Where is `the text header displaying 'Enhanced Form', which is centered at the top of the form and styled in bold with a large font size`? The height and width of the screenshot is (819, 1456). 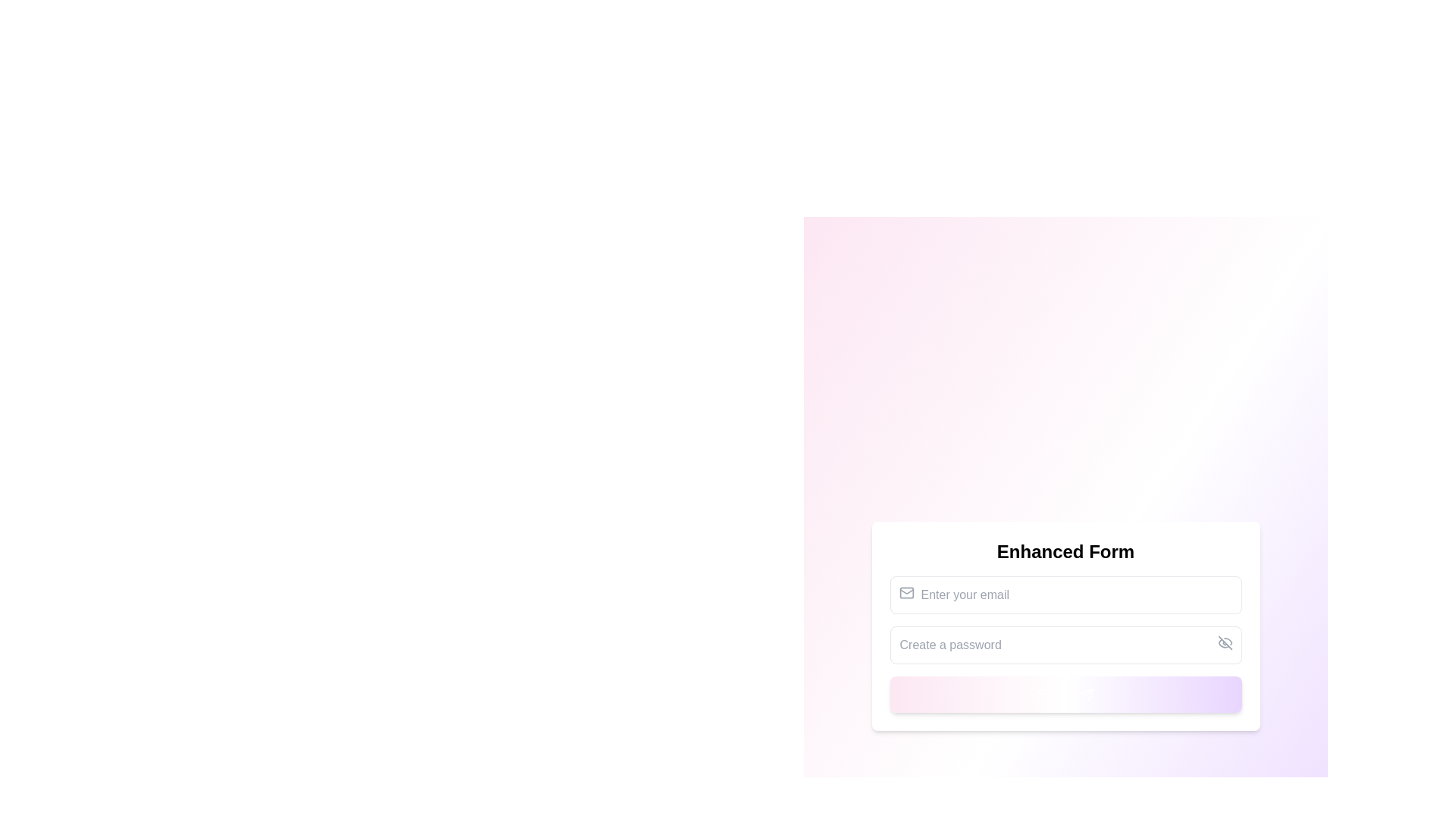
the text header displaying 'Enhanced Form', which is centered at the top of the form and styled in bold with a large font size is located at coordinates (1065, 552).